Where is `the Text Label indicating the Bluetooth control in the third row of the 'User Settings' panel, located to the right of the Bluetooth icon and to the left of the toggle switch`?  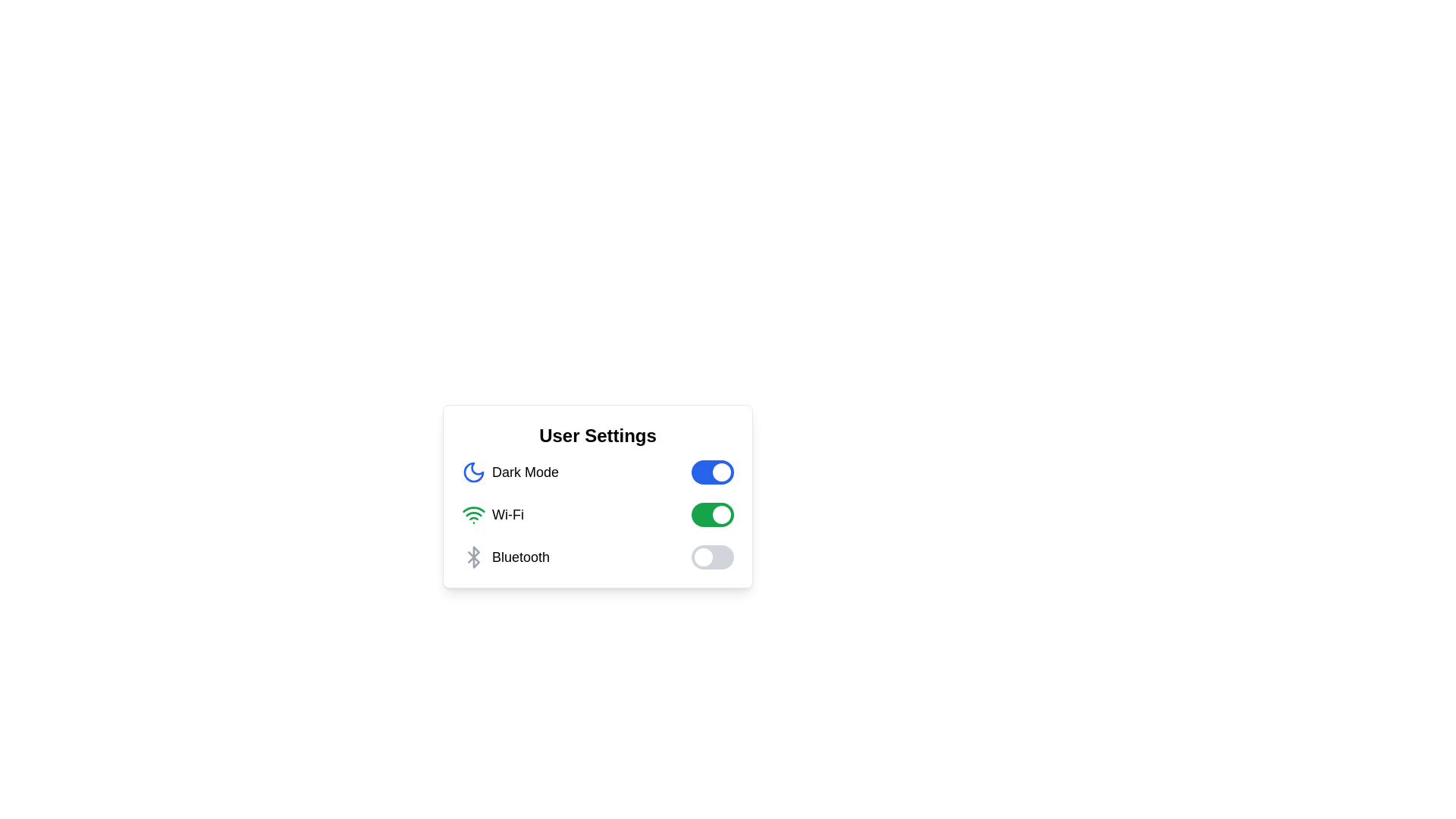
the Text Label indicating the Bluetooth control in the third row of the 'User Settings' panel, located to the right of the Bluetooth icon and to the left of the toggle switch is located at coordinates (520, 557).